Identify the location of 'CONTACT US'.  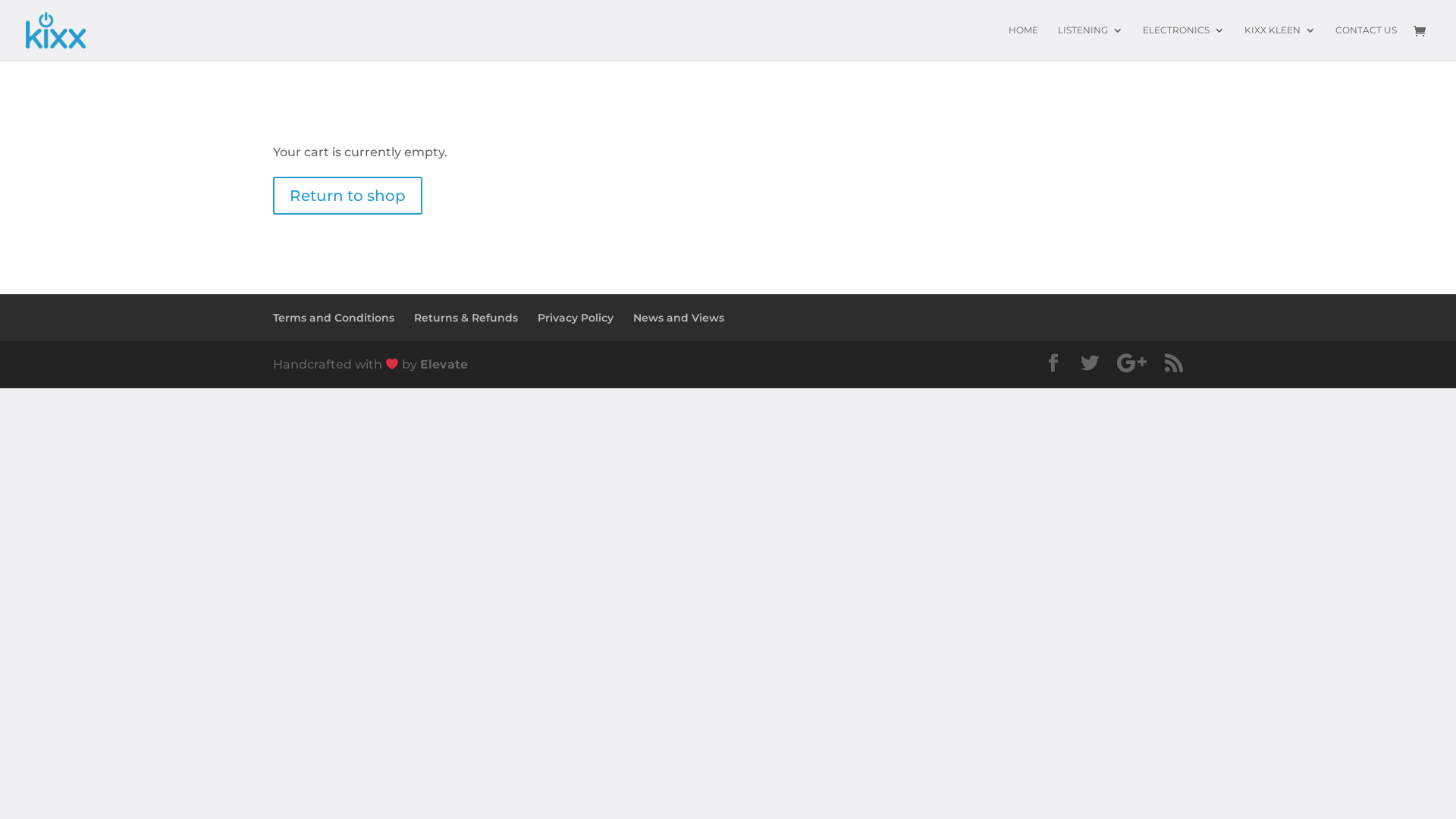
(1366, 42).